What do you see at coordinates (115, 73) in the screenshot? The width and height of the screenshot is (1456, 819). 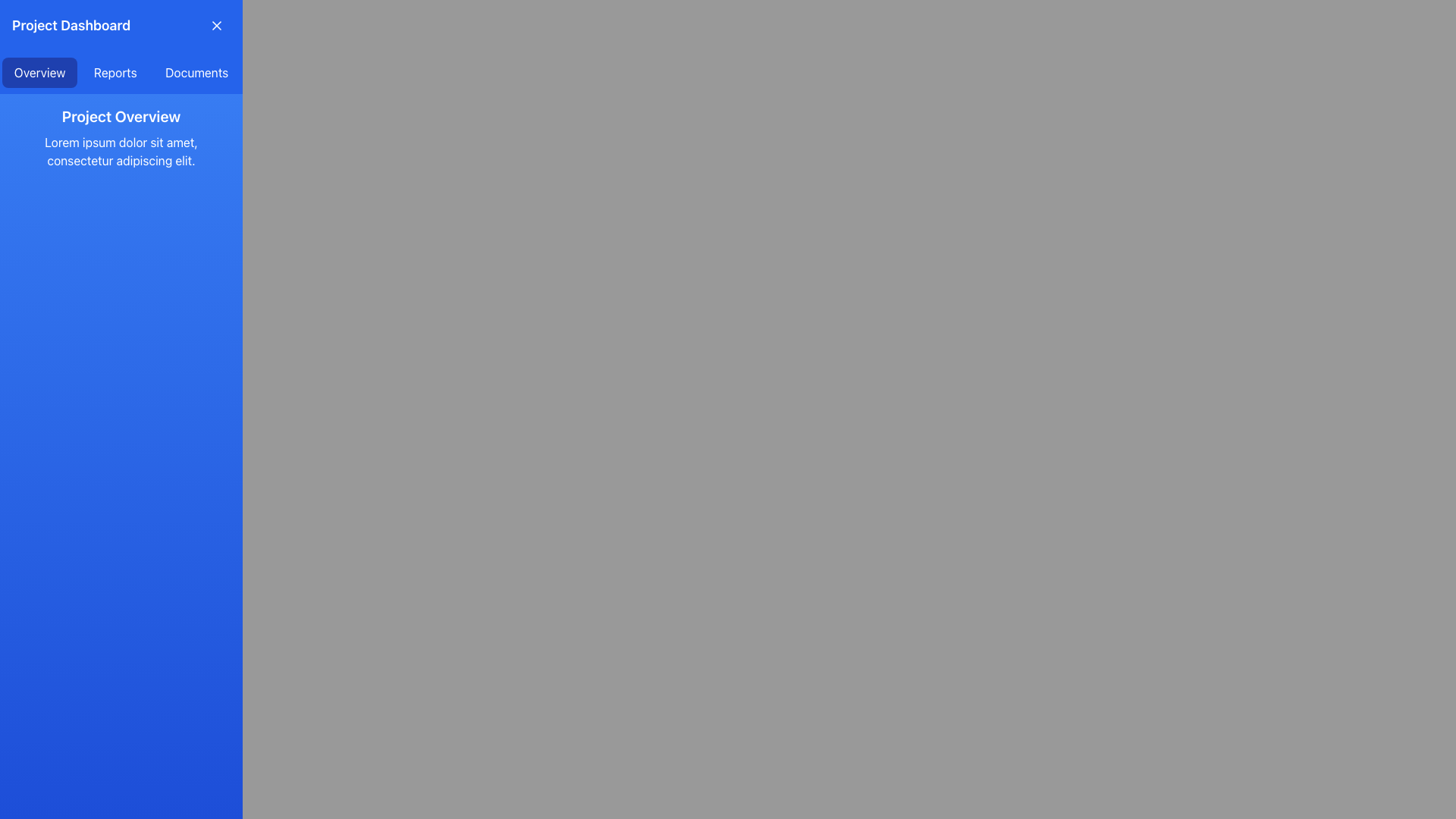 I see `the 'Reports' button, which is the second button in the navigation bar, to trigger its visual style change` at bounding box center [115, 73].